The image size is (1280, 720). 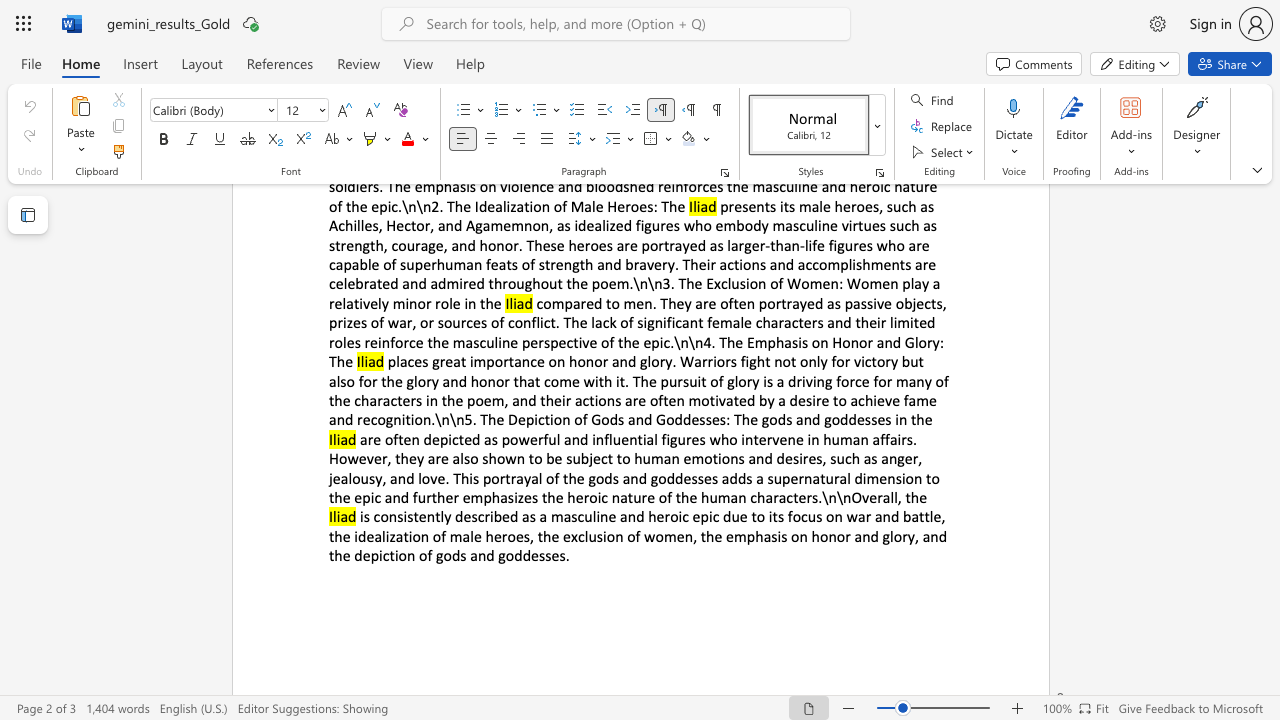 I want to click on the subset text "emphasis on honor and glo" within the text "is consistently described as a masculine and heroic epic due to its focus on war and battle, the idealization of male heroes, the exclusion of women, the emphasis on honor and glory, and the depiction of gods and goddesses.", so click(x=725, y=535).